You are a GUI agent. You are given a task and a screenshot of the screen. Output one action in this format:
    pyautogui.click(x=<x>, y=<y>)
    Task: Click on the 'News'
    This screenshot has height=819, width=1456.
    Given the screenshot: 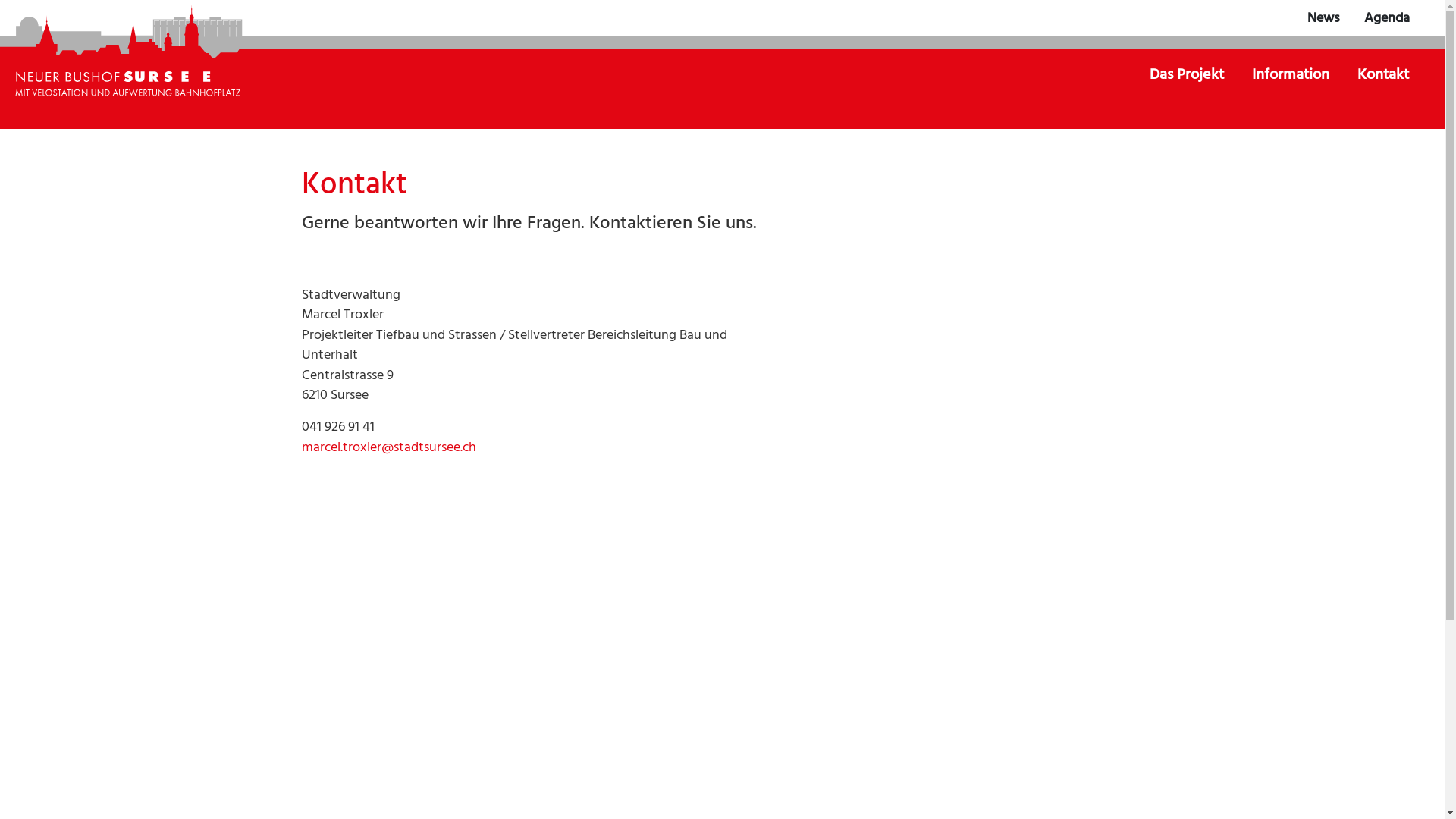 What is the action you would take?
    pyautogui.click(x=1323, y=18)
    